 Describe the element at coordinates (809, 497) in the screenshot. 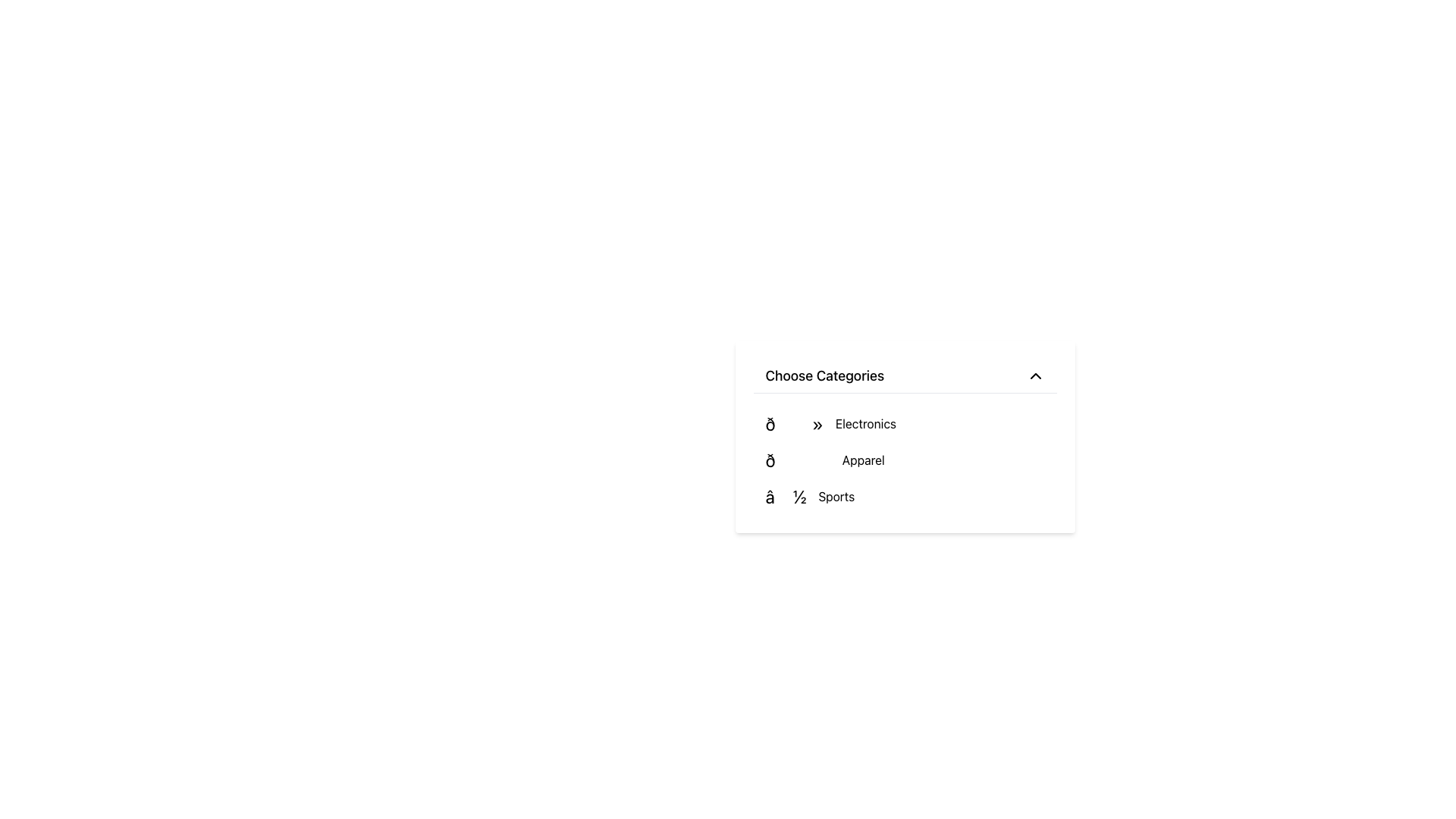

I see `the 'Sports' category list item located at the bottom of the 'Choose Categories' dropdown menu, right beneath the 'Apparel' option` at that location.